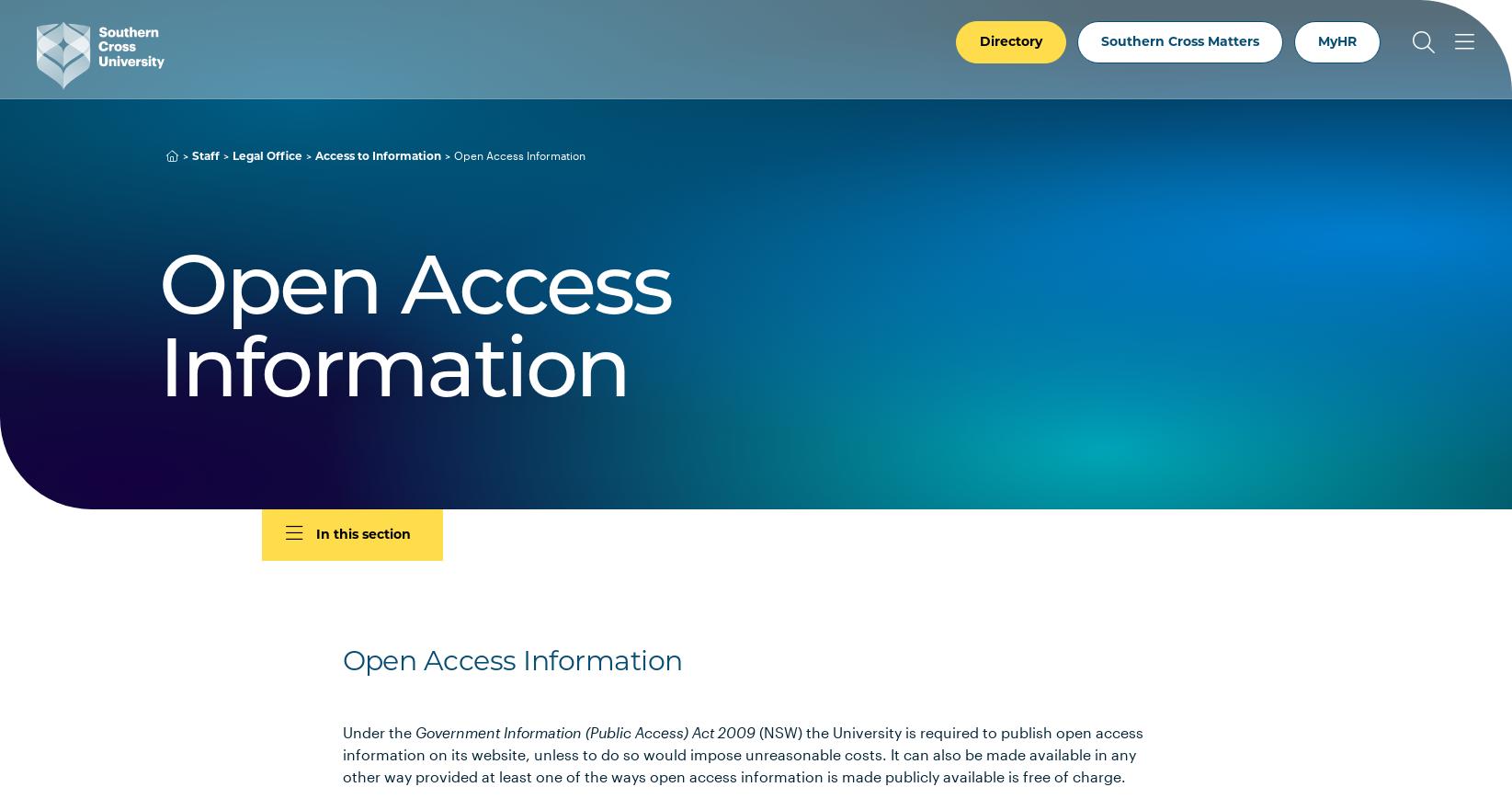 This screenshot has height=810, width=1512. What do you see at coordinates (315, 534) in the screenshot?
I see `'In this section'` at bounding box center [315, 534].